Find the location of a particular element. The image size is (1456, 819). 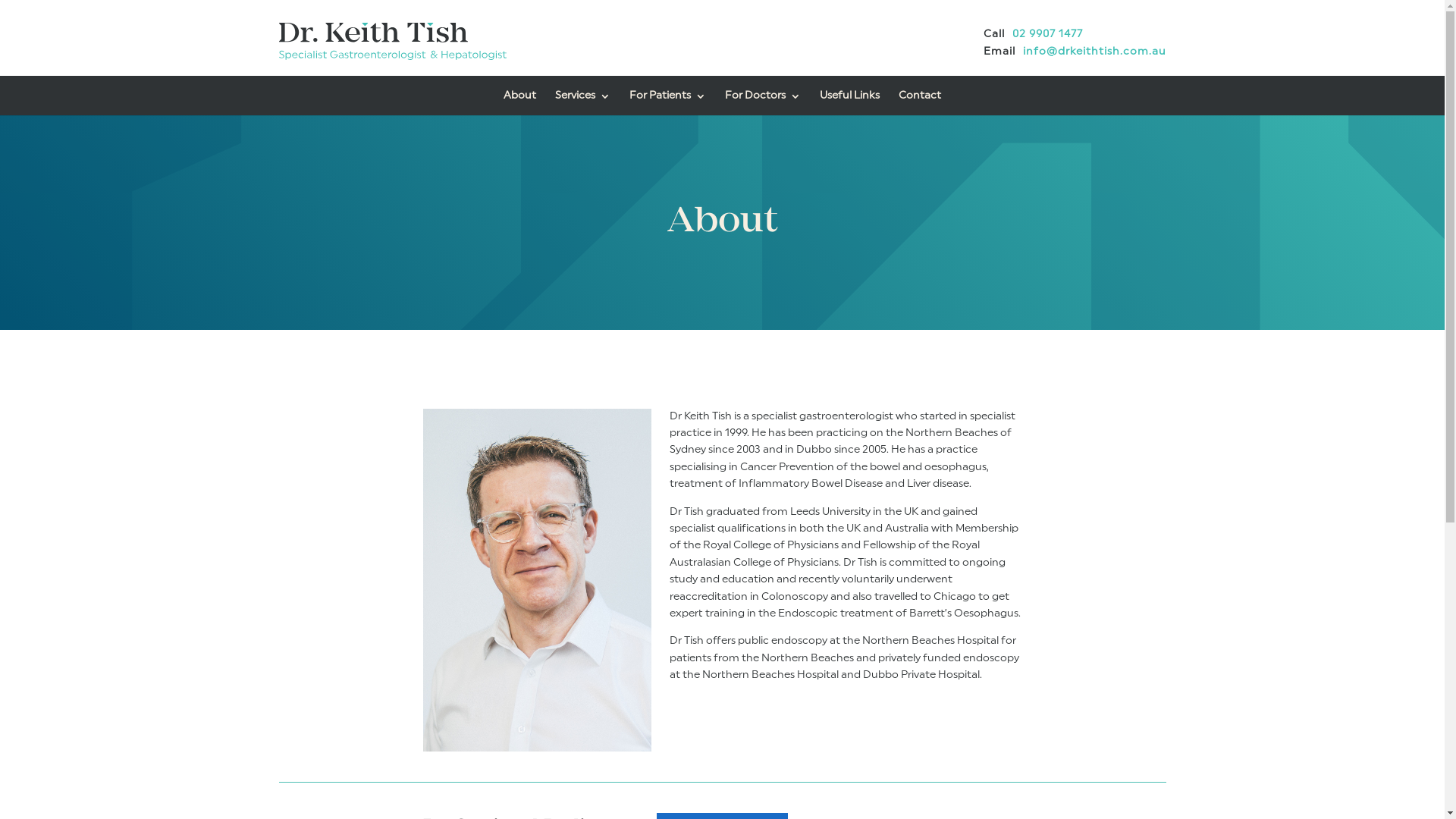

'02 9907 1477' is located at coordinates (1042, 38).